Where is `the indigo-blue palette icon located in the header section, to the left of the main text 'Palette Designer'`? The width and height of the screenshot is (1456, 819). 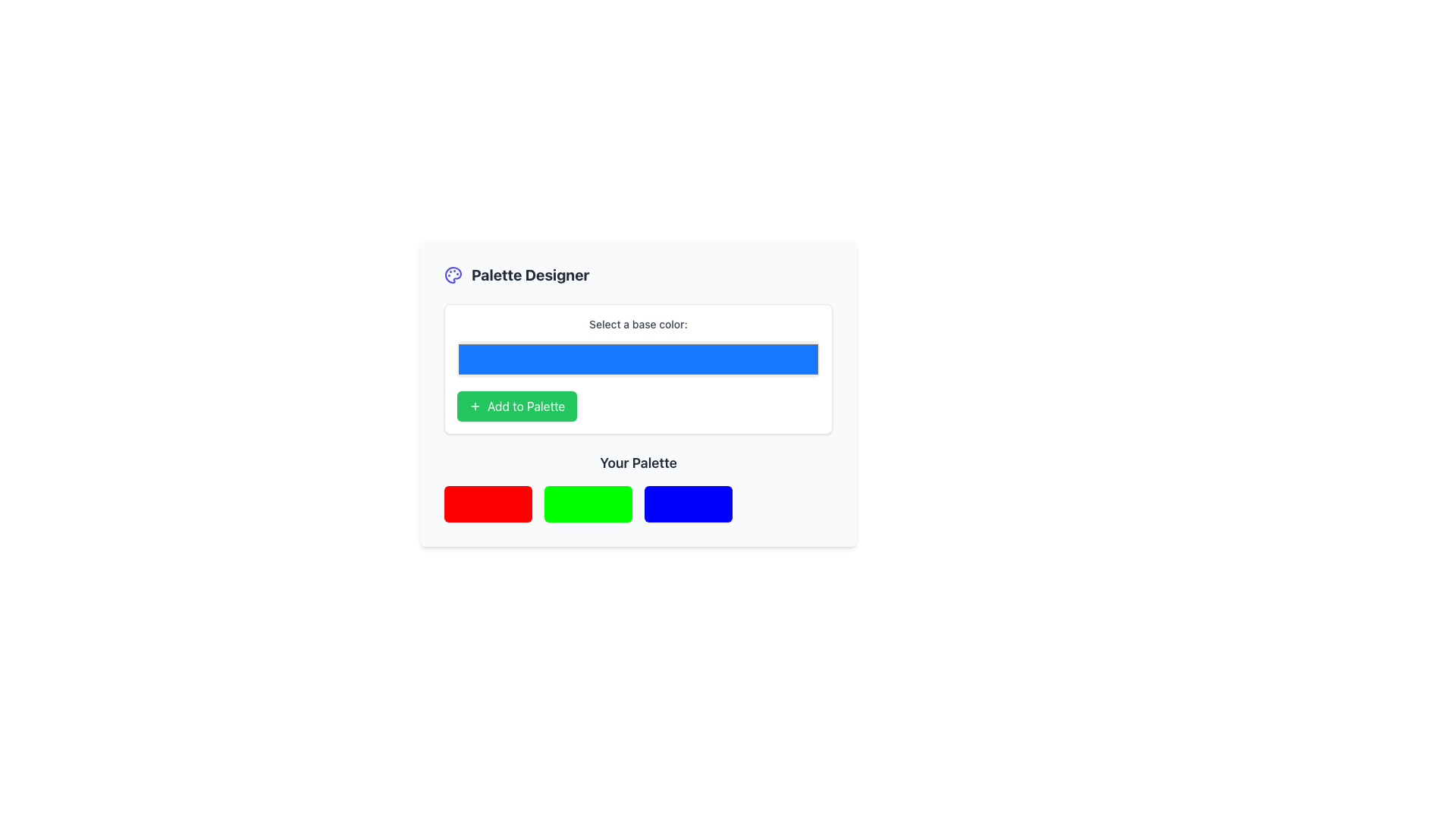
the indigo-blue palette icon located in the header section, to the left of the main text 'Palette Designer' is located at coordinates (453, 275).